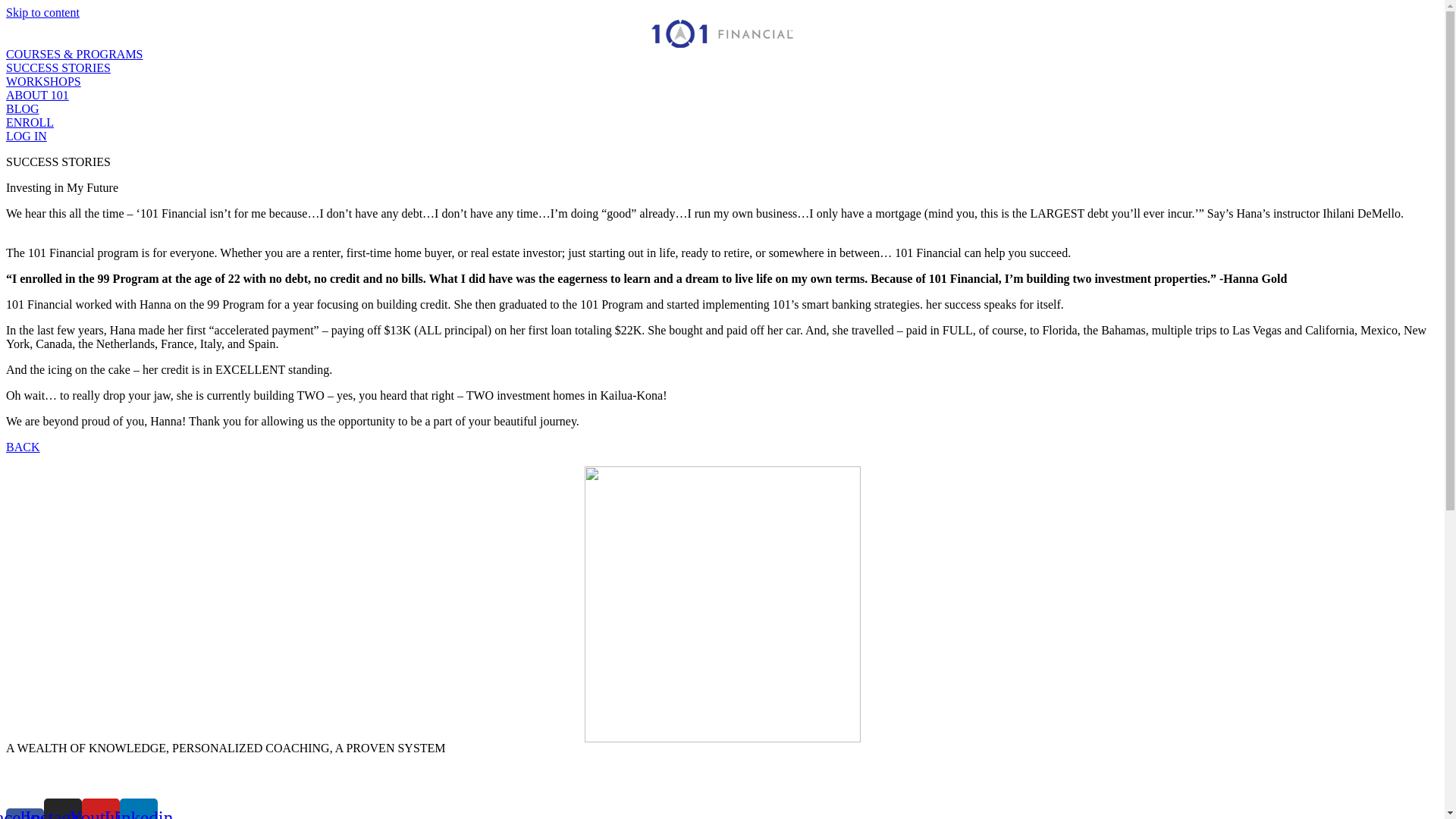  What do you see at coordinates (26, 135) in the screenshot?
I see `'LOG IN'` at bounding box center [26, 135].